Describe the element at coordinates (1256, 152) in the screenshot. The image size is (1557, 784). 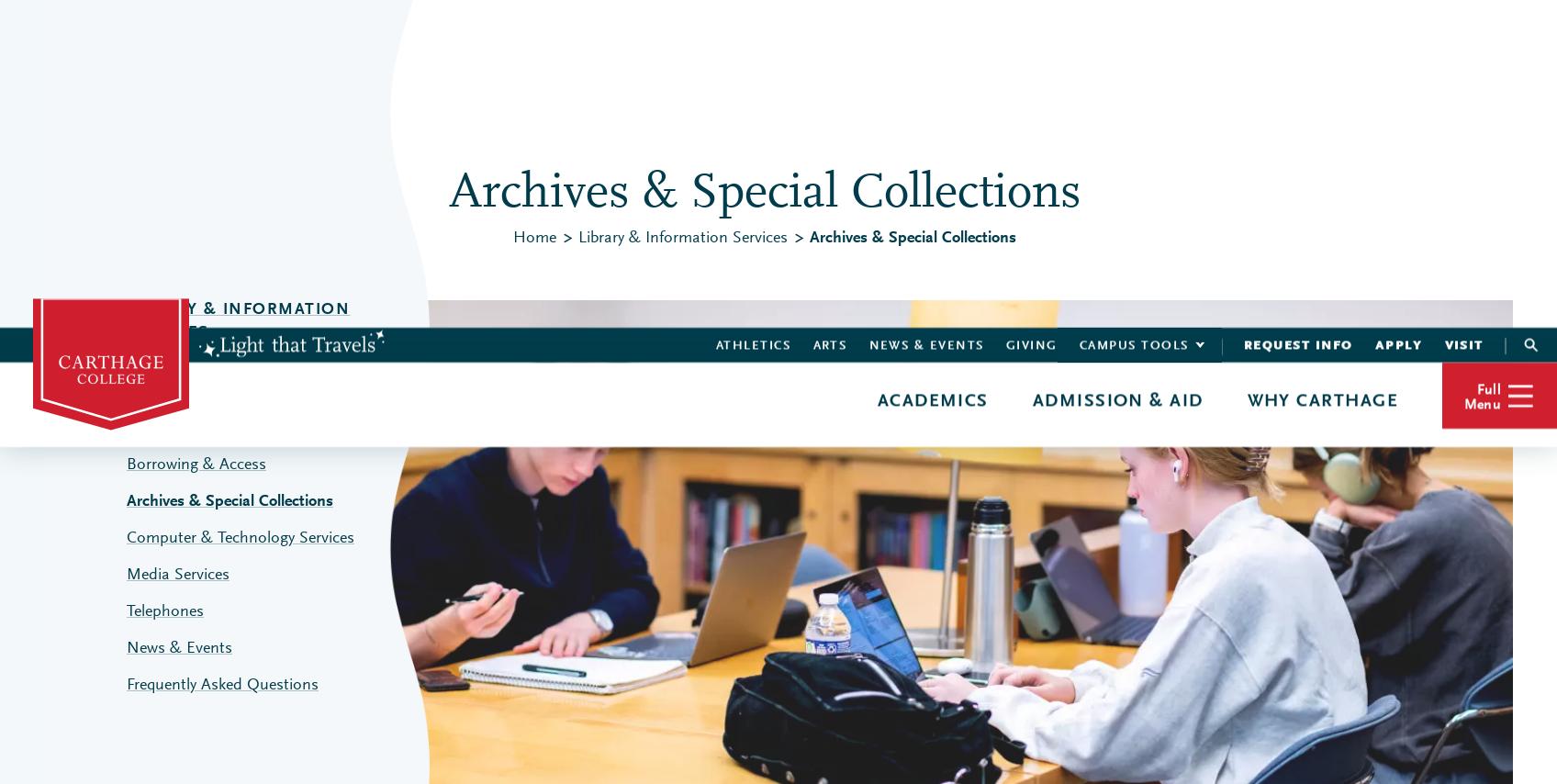
I see `'About'` at that location.